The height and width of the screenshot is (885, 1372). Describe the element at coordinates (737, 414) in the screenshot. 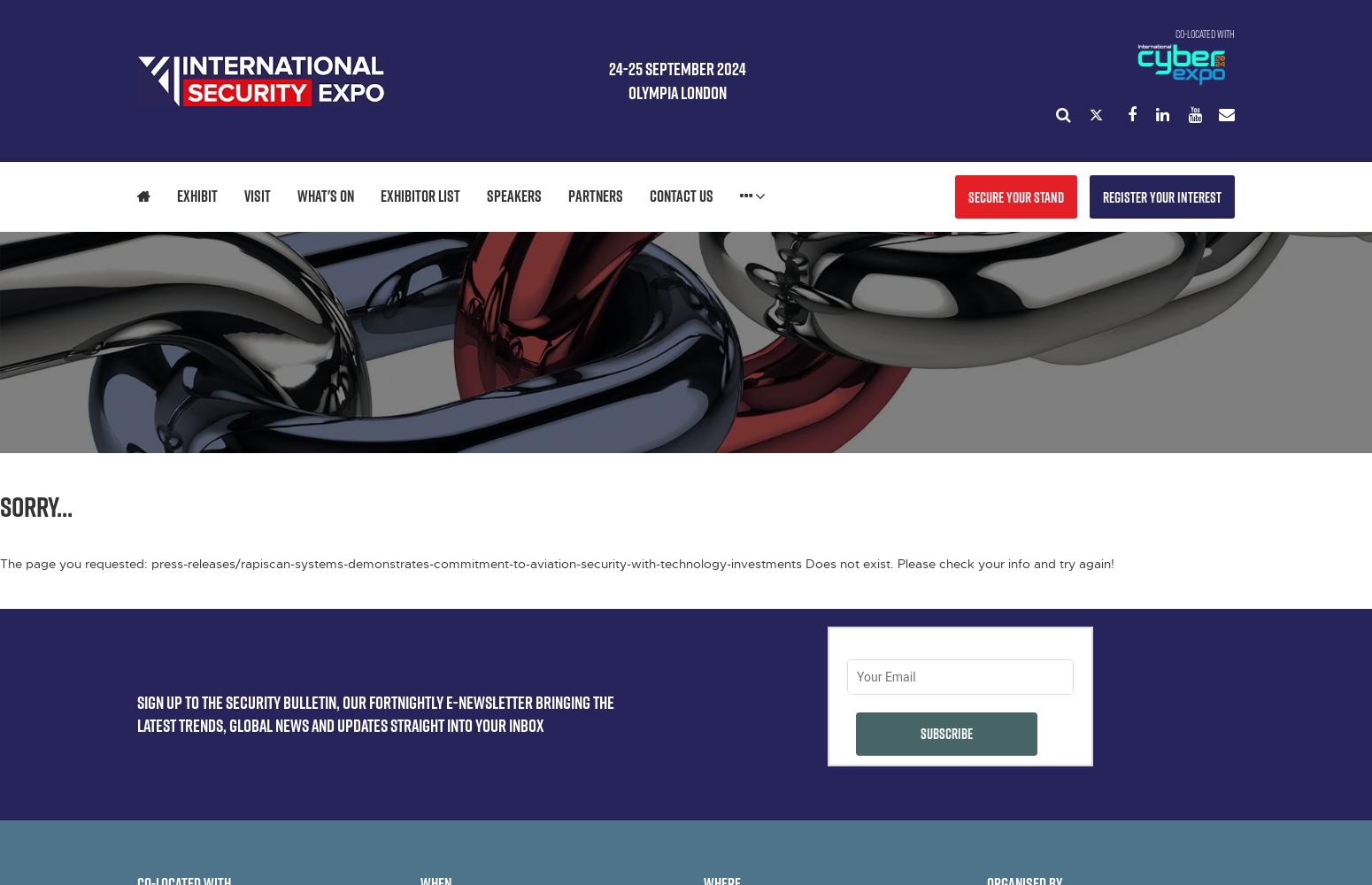

I see `'SCEG PAVILION'` at that location.